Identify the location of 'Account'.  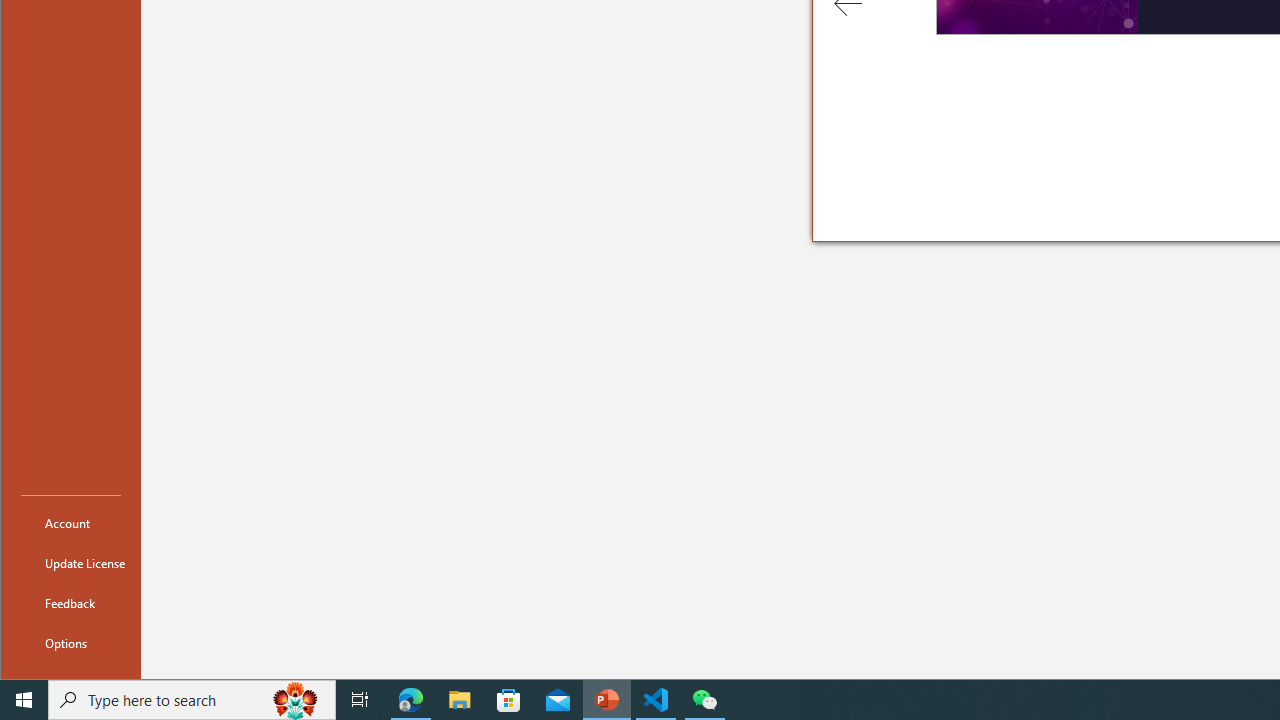
(71, 522).